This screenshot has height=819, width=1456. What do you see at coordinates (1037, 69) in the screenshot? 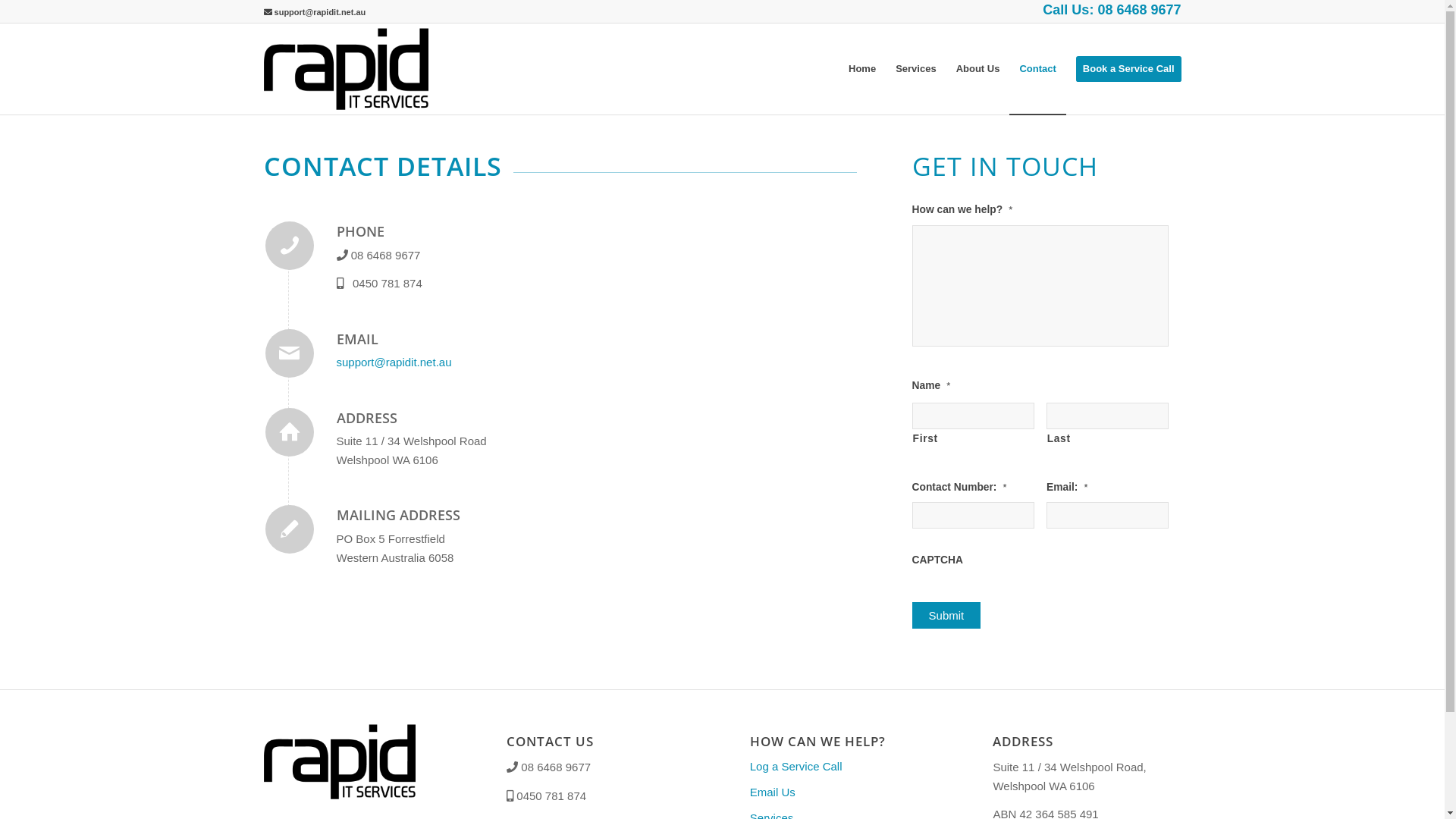
I see `'Contact'` at bounding box center [1037, 69].